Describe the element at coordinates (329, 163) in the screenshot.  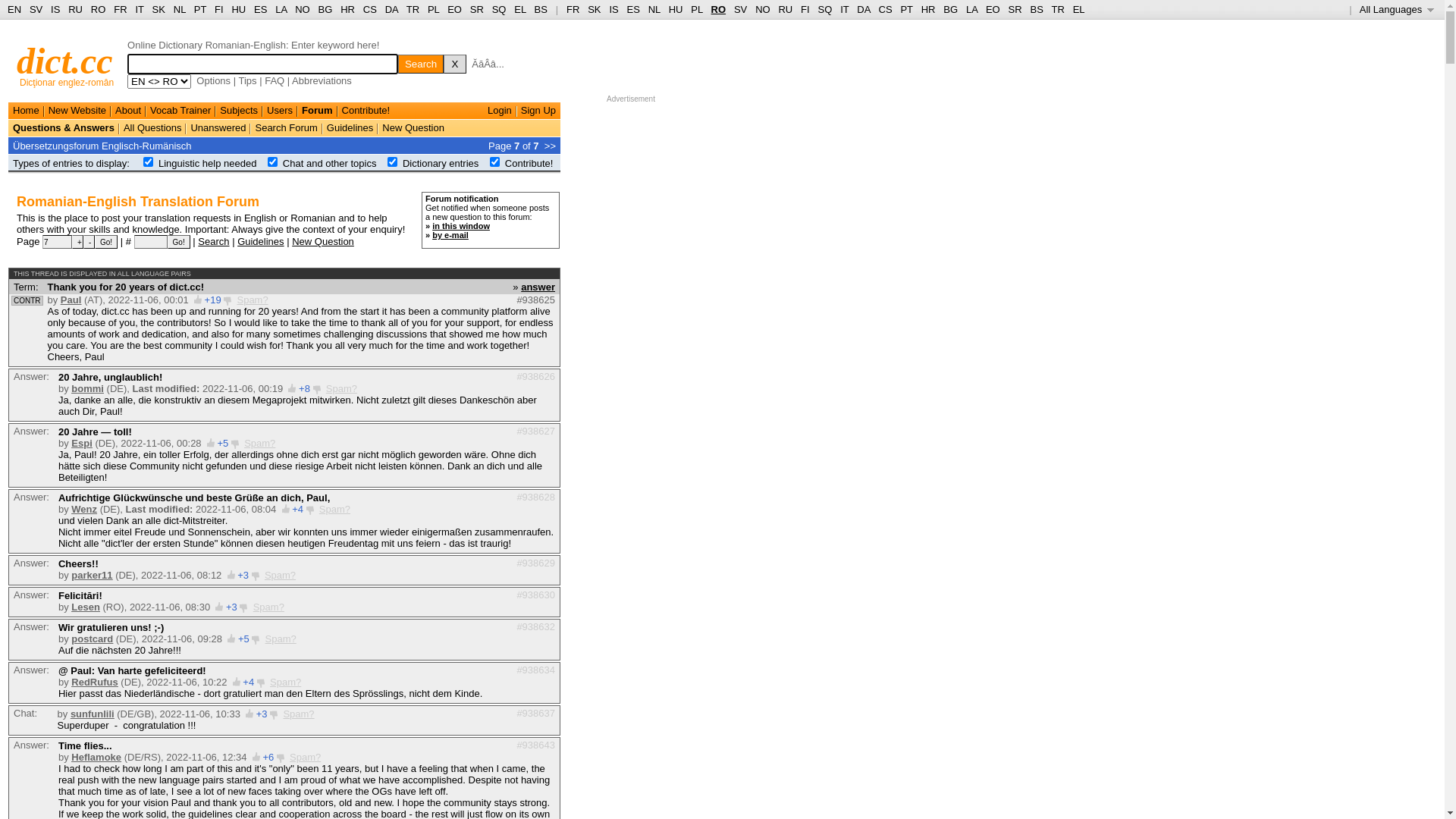
I see `'Chat and other topics'` at that location.